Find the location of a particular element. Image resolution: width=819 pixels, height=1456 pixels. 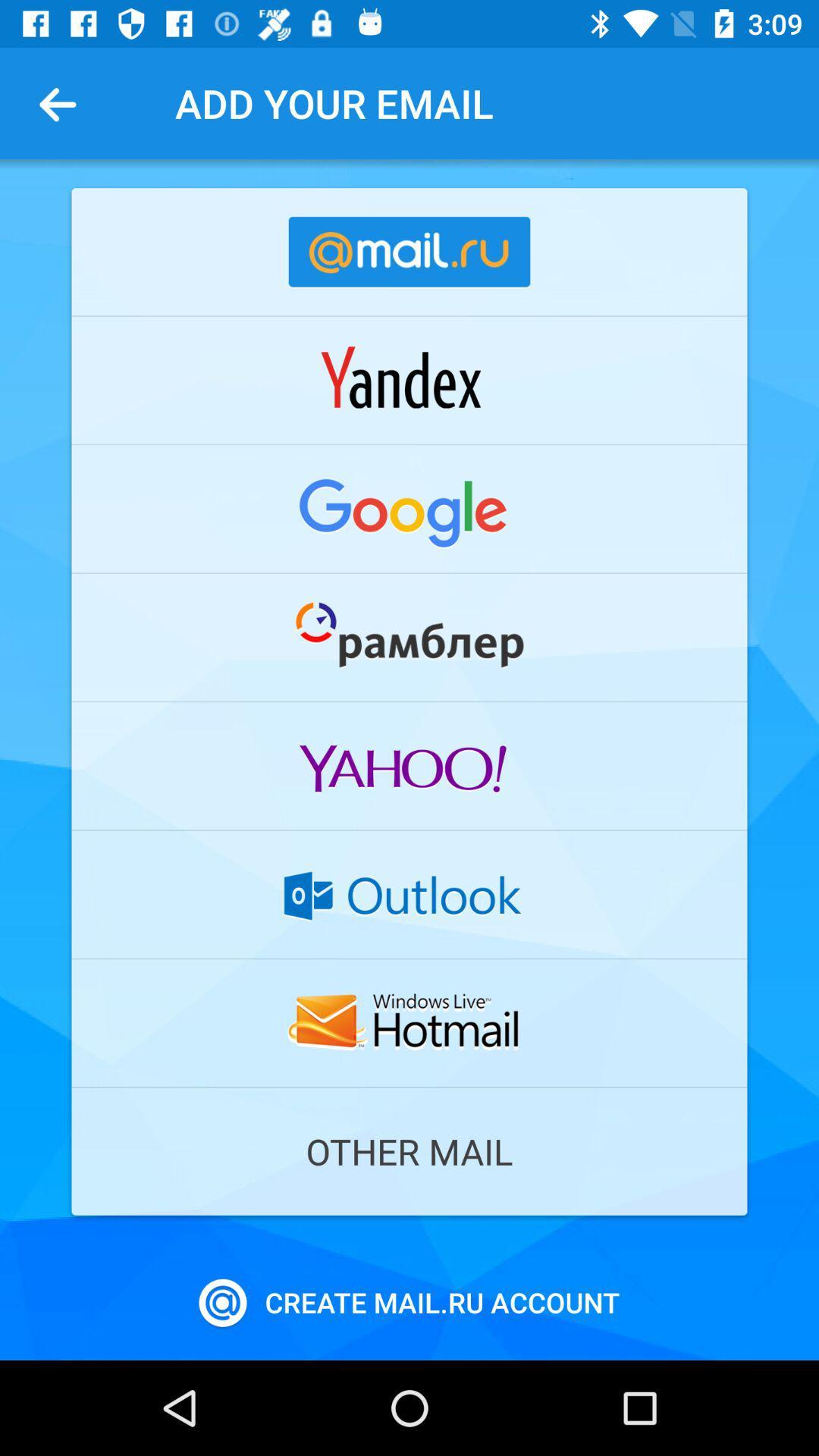

google email is located at coordinates (409, 509).